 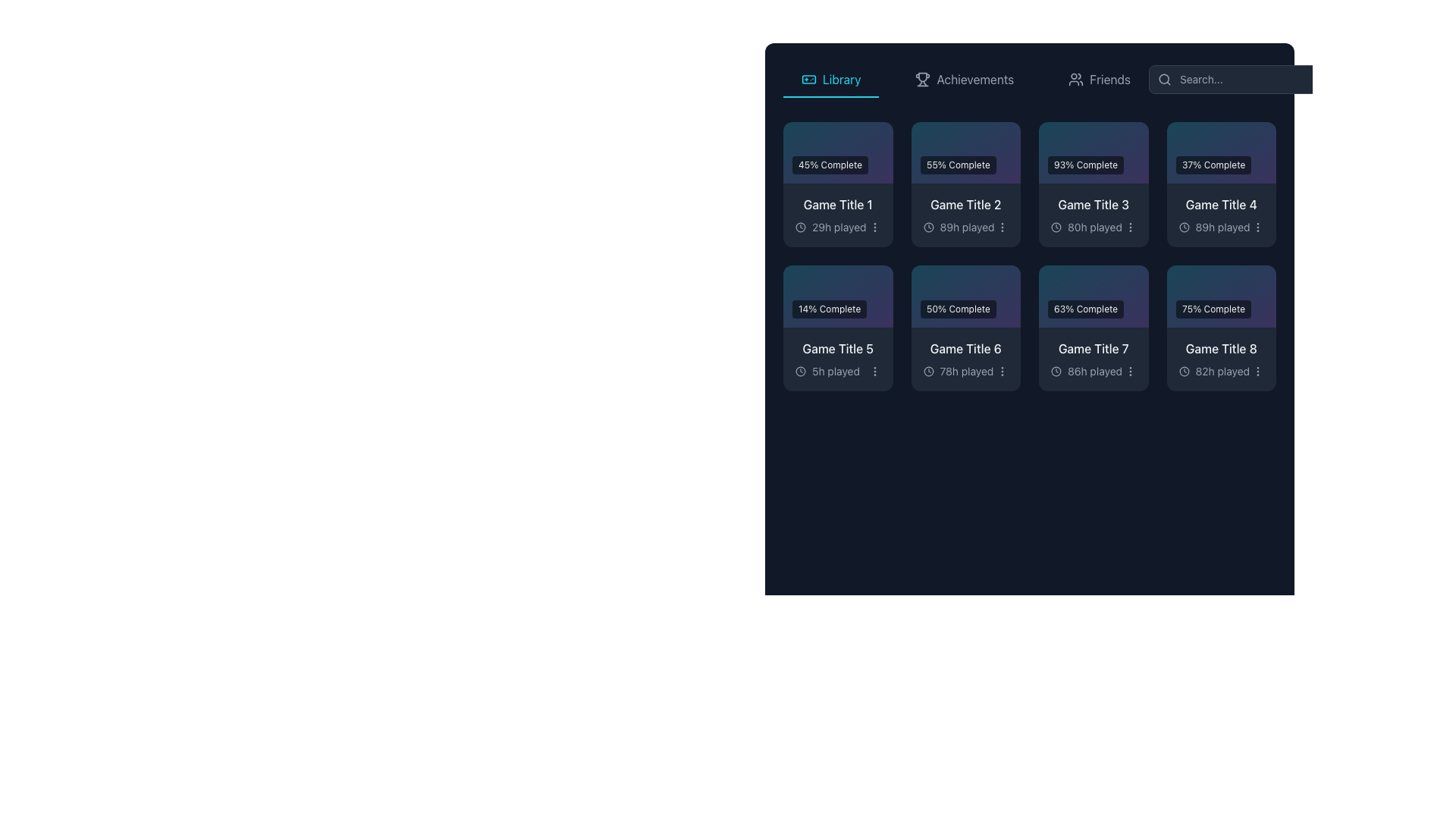 I want to click on the Label/Status Indicator displaying '37% Complete' in white text with a dark background, located in the bottom-left corner of the card for 'Game Title 4', so click(x=1213, y=165).